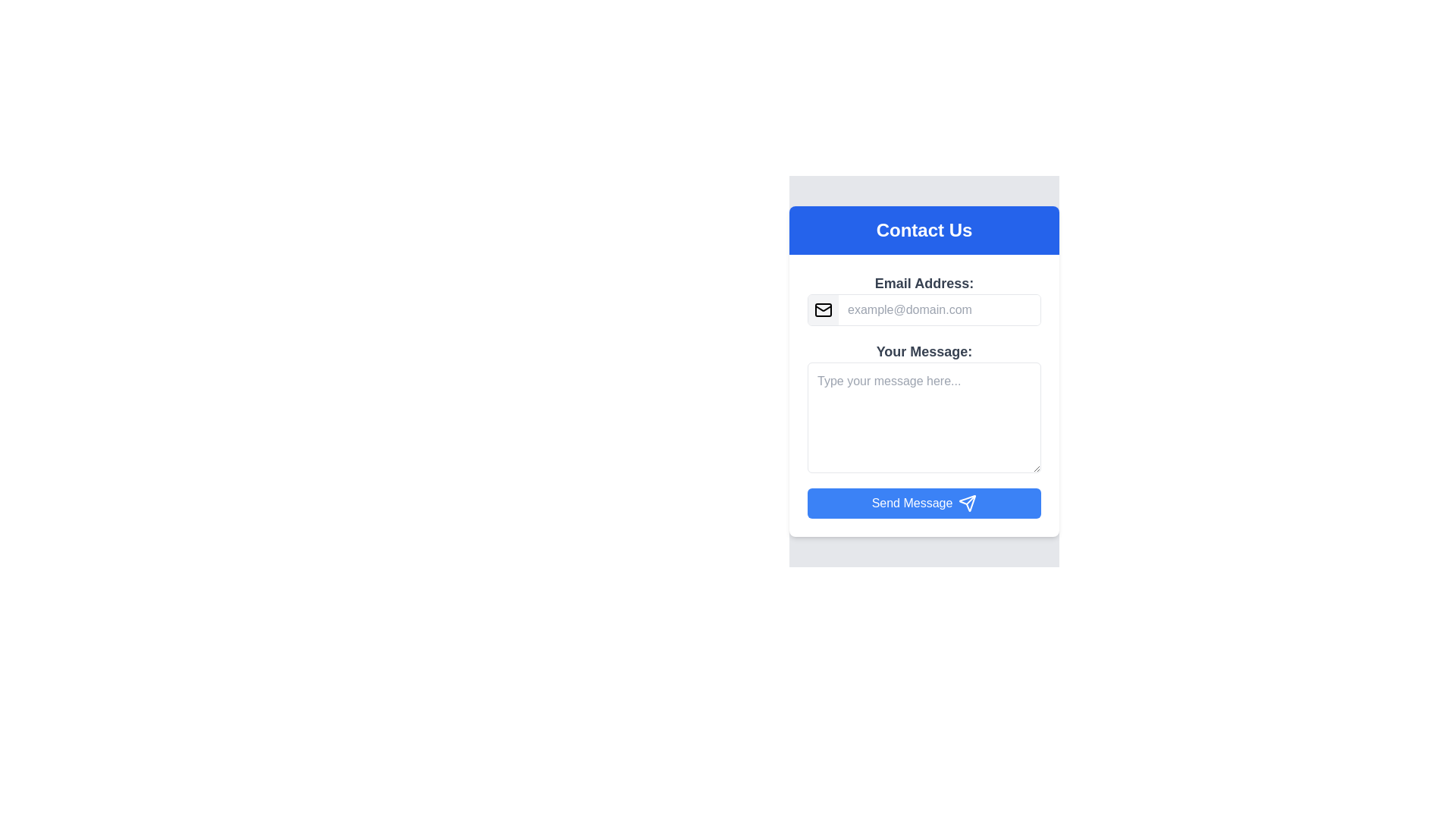 The height and width of the screenshot is (819, 1456). Describe the element at coordinates (924, 299) in the screenshot. I see `inside the email address input field, which is a labeled rectangular box with an envelope icon on the left and the label 'Email Address:' above it` at that location.